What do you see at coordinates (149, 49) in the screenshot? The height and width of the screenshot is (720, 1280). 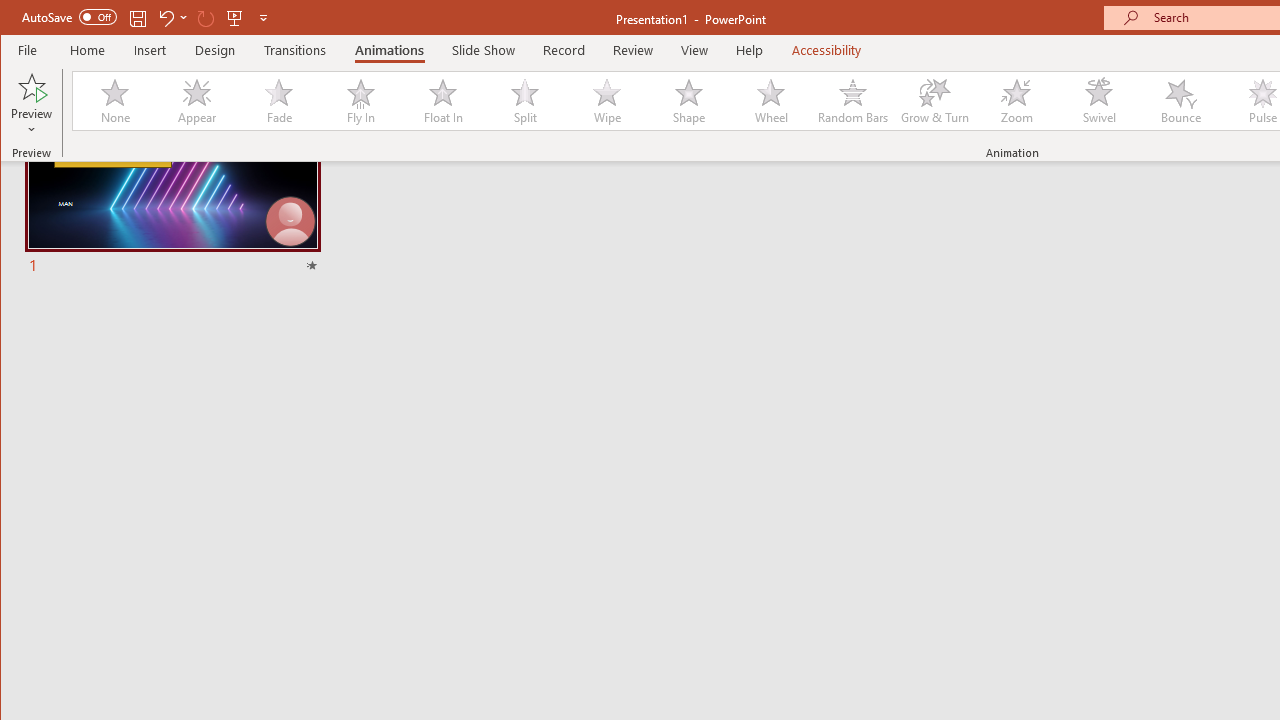 I see `'Insert'` at bounding box center [149, 49].